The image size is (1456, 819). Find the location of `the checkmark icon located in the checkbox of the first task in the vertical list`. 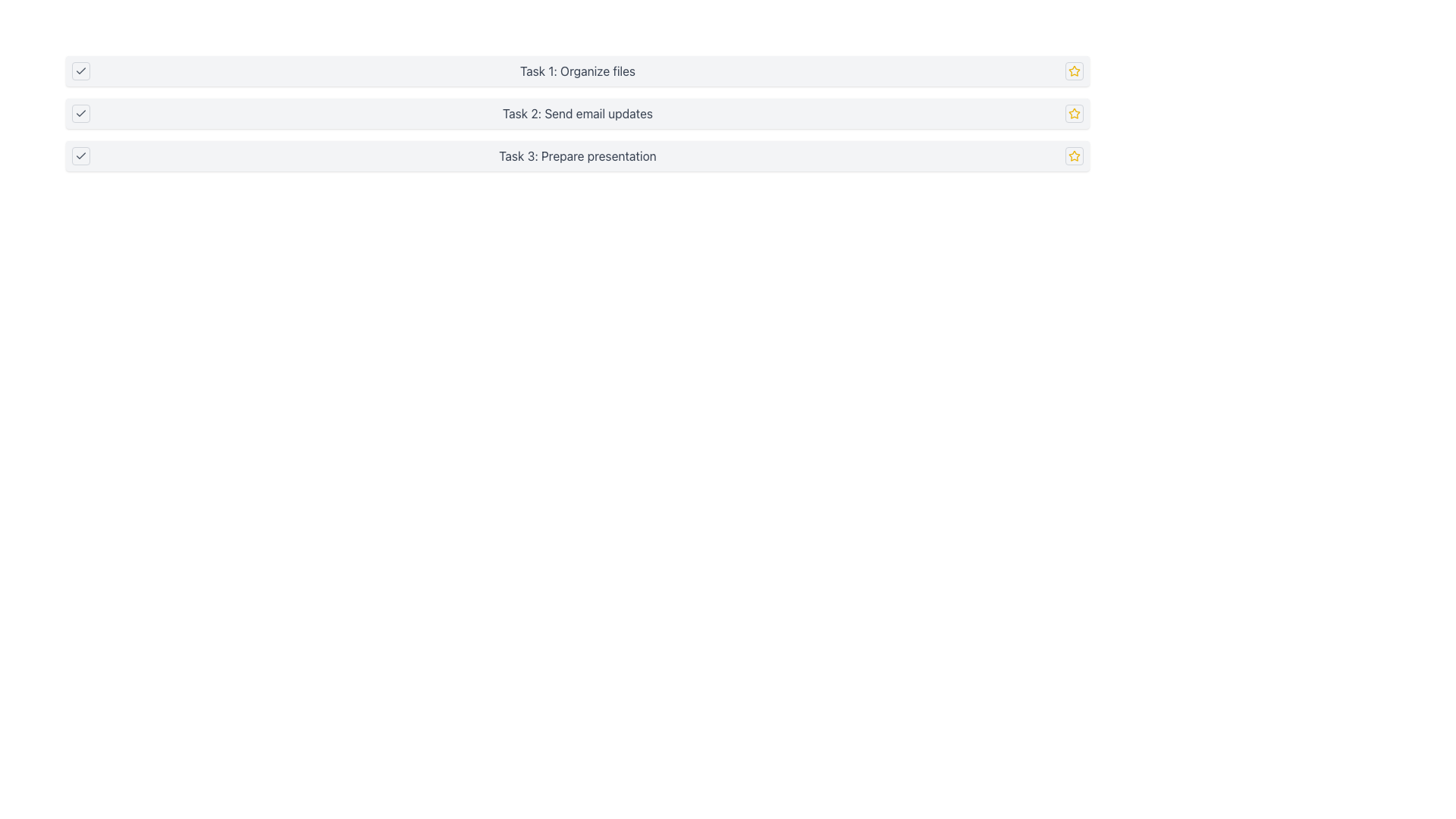

the checkmark icon located in the checkbox of the first task in the vertical list is located at coordinates (80, 71).